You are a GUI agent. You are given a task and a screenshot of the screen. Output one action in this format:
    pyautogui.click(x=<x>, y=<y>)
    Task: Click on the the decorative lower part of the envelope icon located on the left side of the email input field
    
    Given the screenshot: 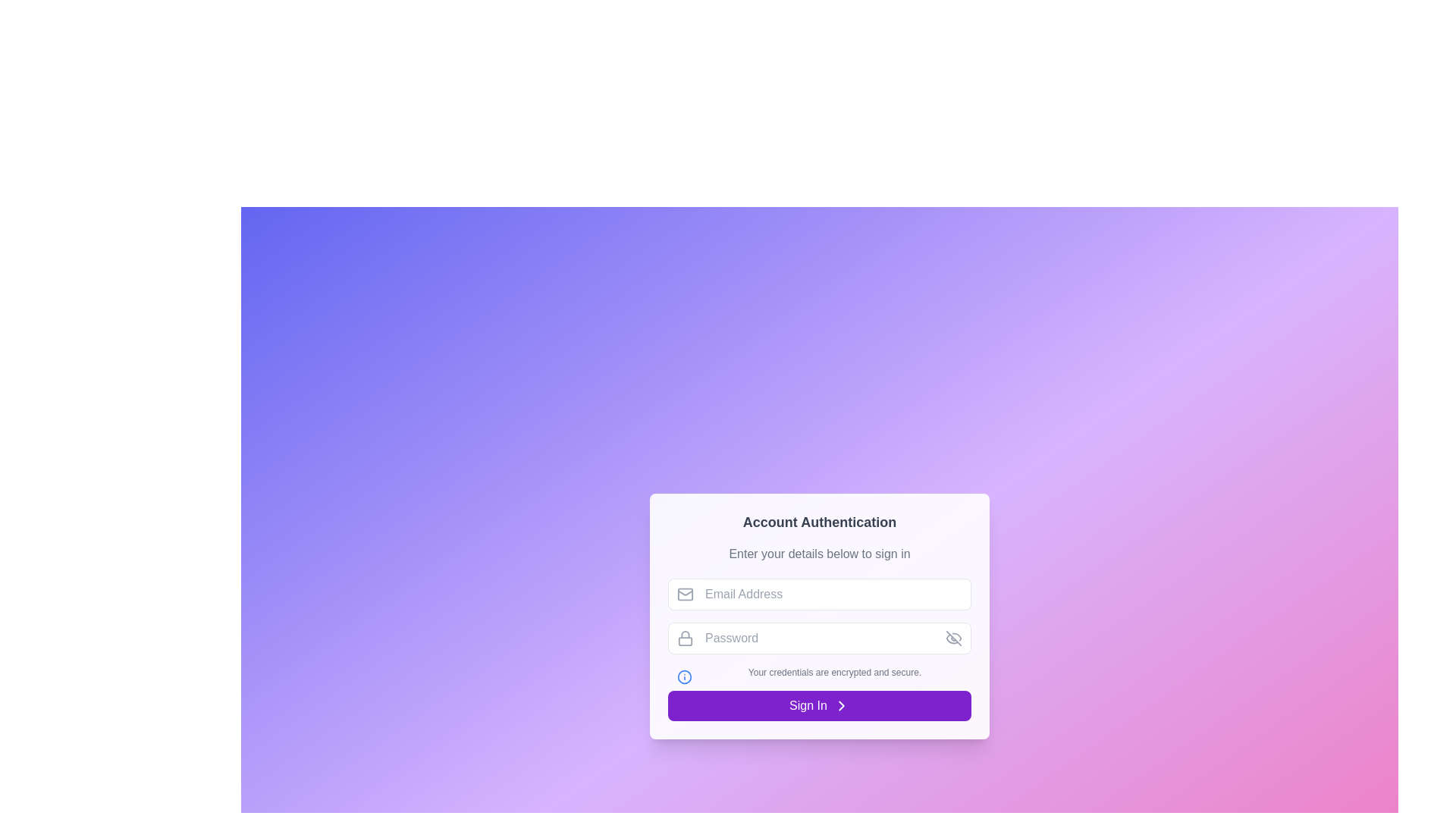 What is the action you would take?
    pyautogui.click(x=684, y=592)
    